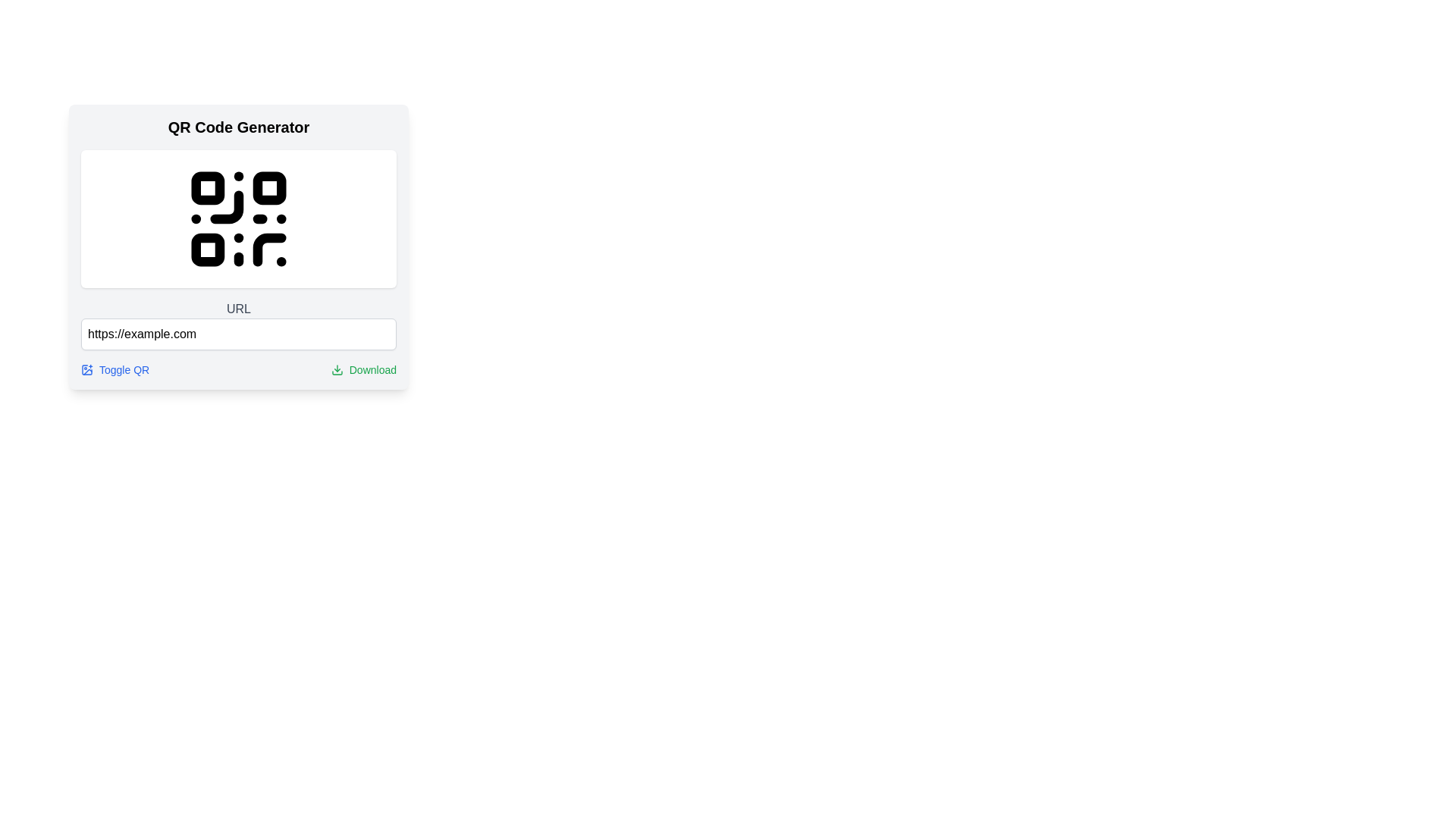  I want to click on the text label indicating the download feature located at the bottom-right corner of the interface, so click(372, 370).